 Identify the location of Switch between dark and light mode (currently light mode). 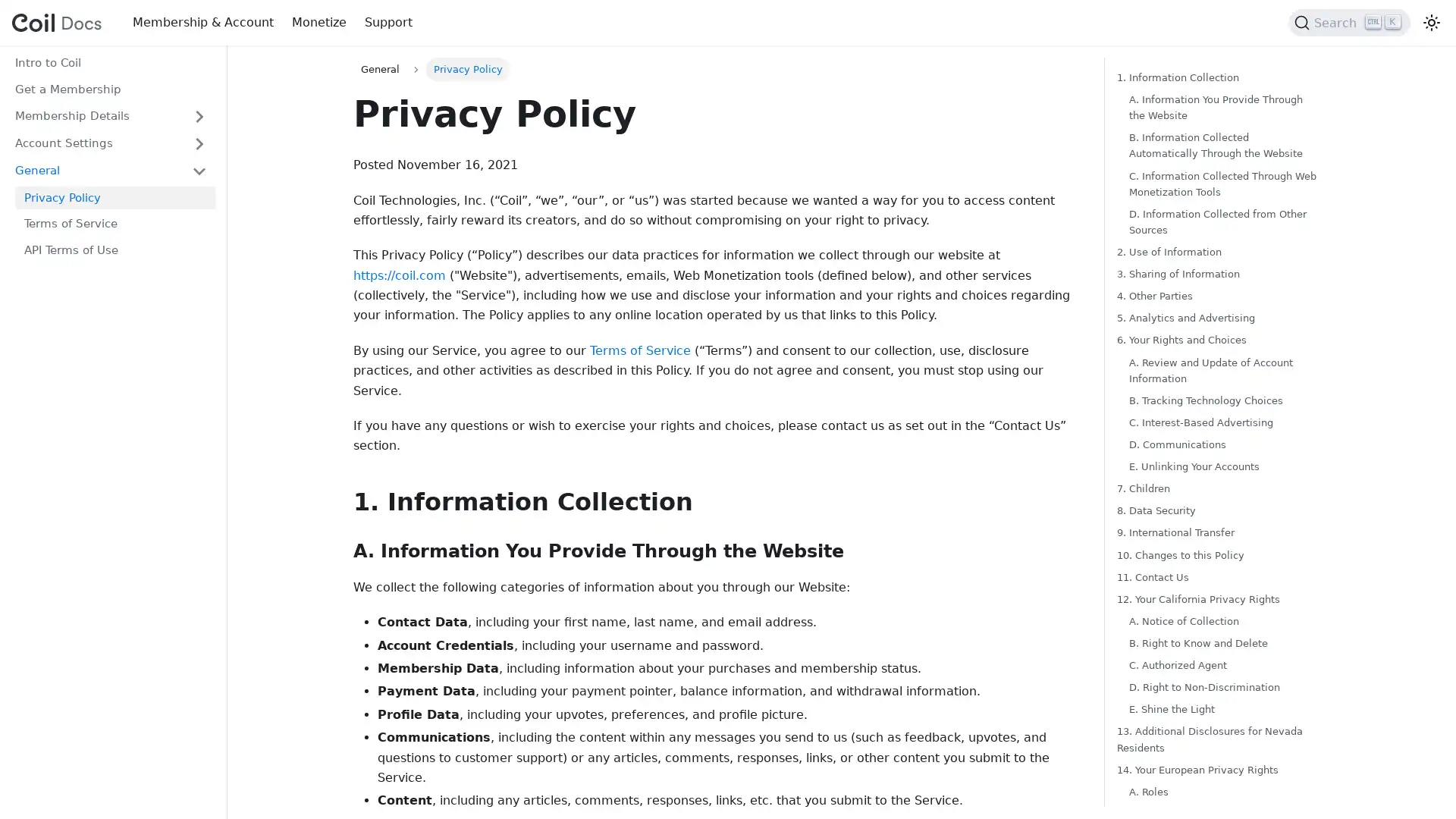
(1430, 23).